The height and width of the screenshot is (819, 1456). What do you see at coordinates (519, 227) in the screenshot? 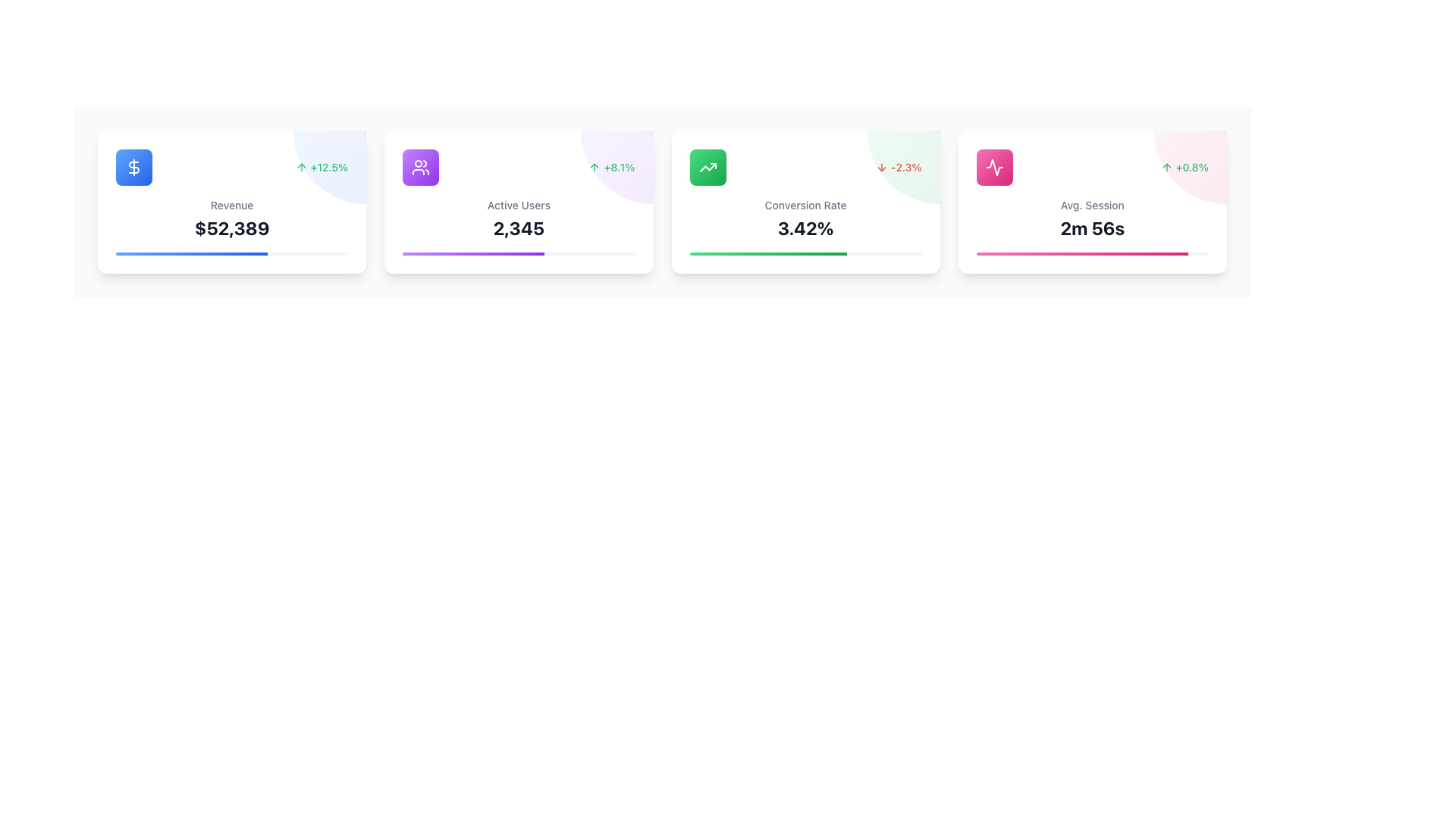
I see `the static numerical text display showing '2,345', which is located in the second card from the left, below 'Active Users' and above a purple gradient progress bar` at bounding box center [519, 227].